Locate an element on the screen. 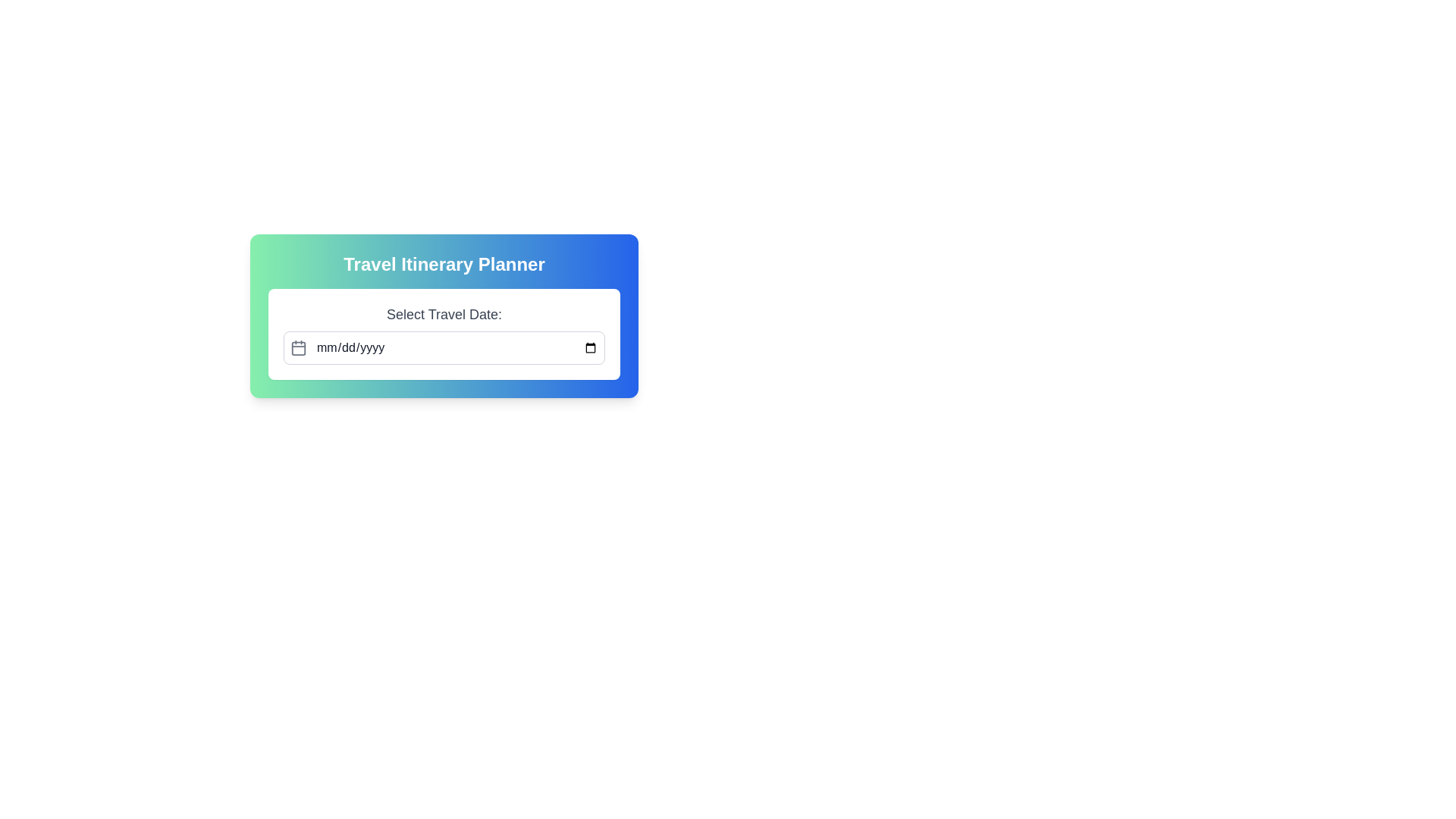 The height and width of the screenshot is (819, 1456). the small gray calendar icon located to the left of the 'mm/dd/yyyy' date input field is located at coordinates (298, 348).